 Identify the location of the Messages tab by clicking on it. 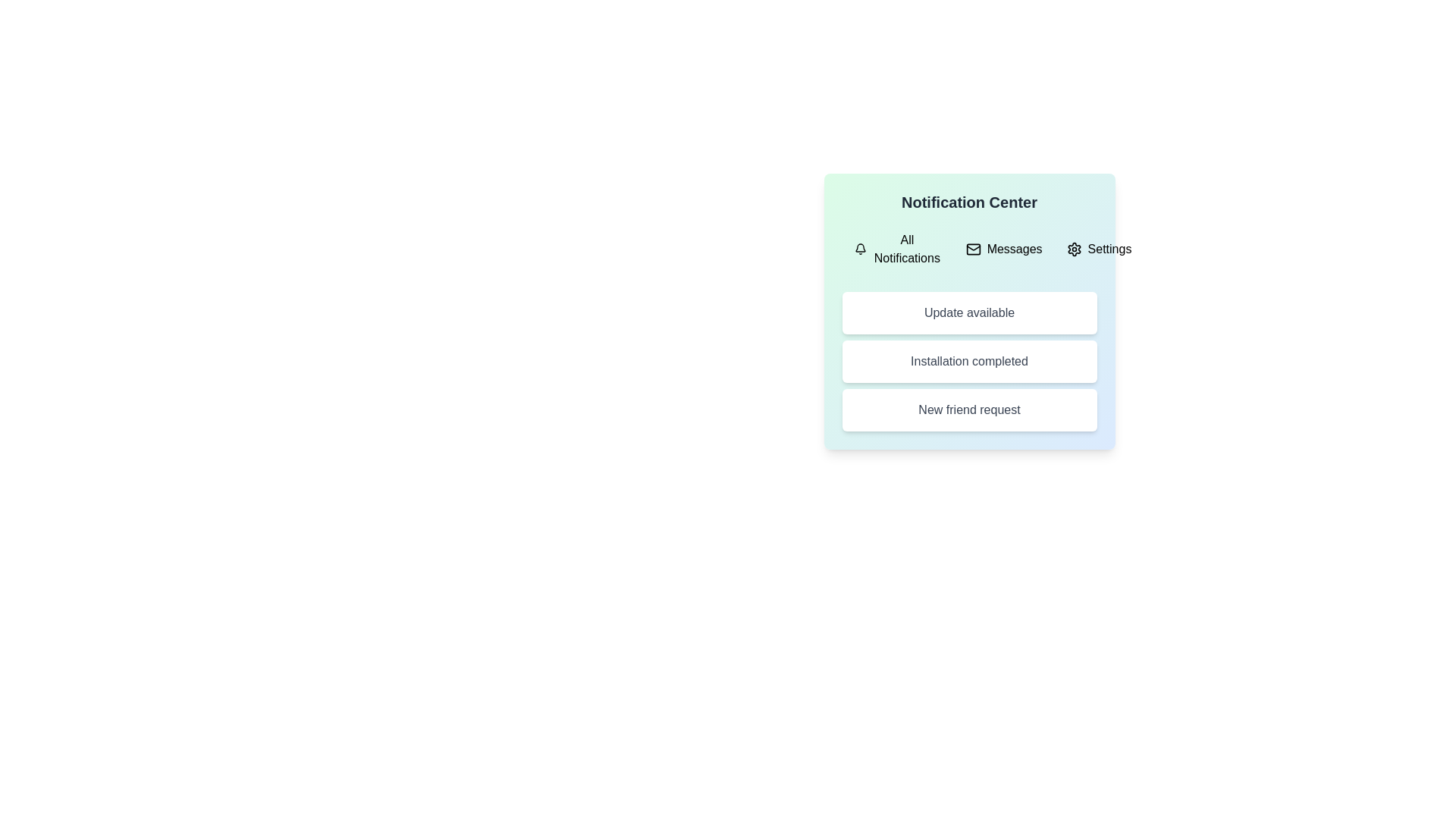
(1004, 248).